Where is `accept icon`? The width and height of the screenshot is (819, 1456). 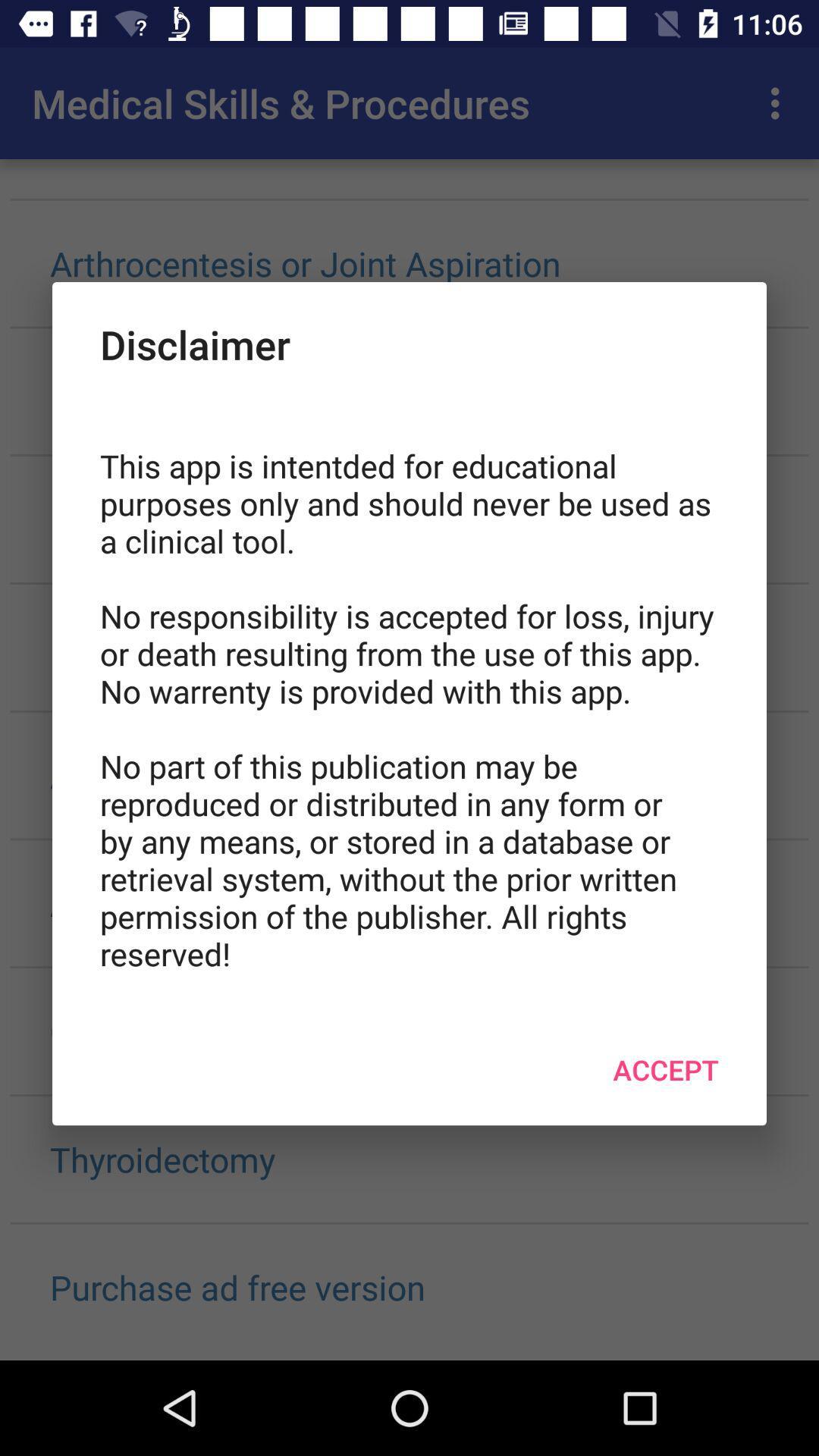
accept icon is located at coordinates (665, 1068).